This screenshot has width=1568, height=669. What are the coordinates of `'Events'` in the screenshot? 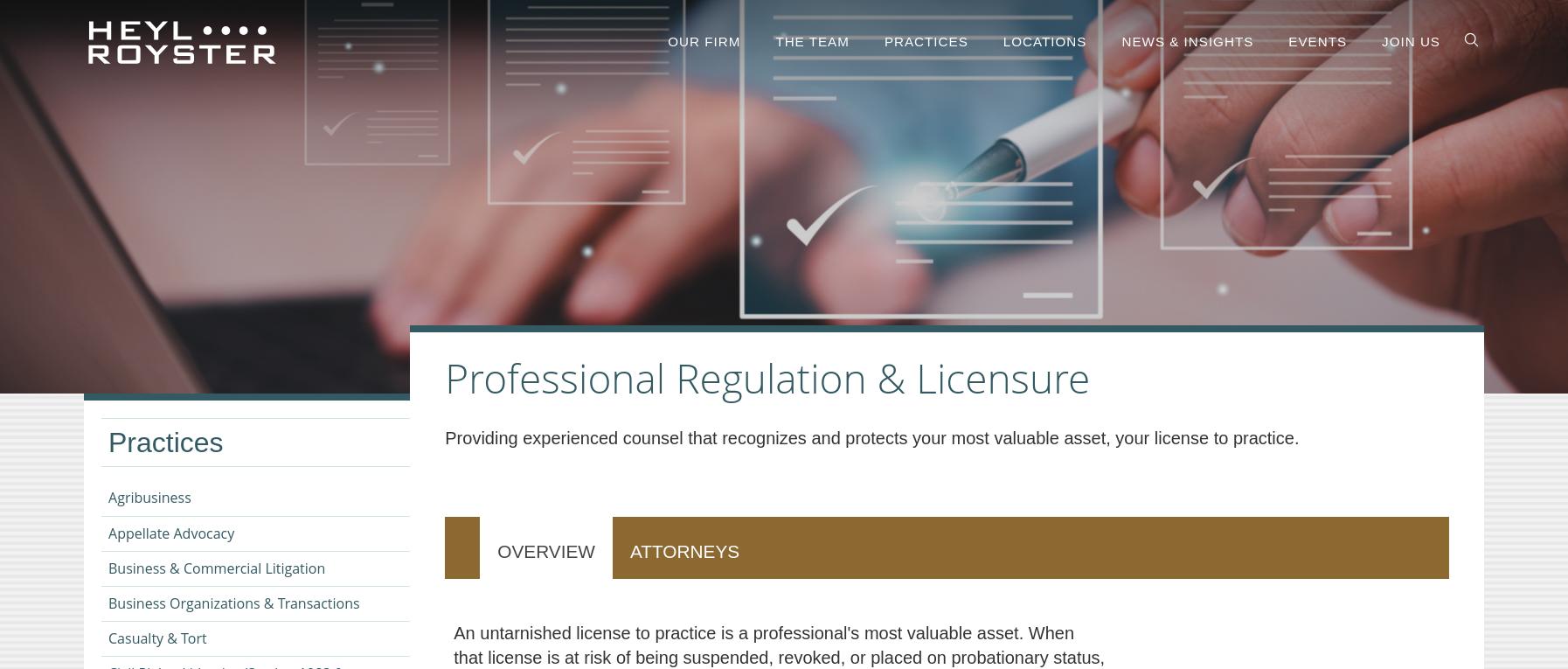 It's located at (1317, 41).